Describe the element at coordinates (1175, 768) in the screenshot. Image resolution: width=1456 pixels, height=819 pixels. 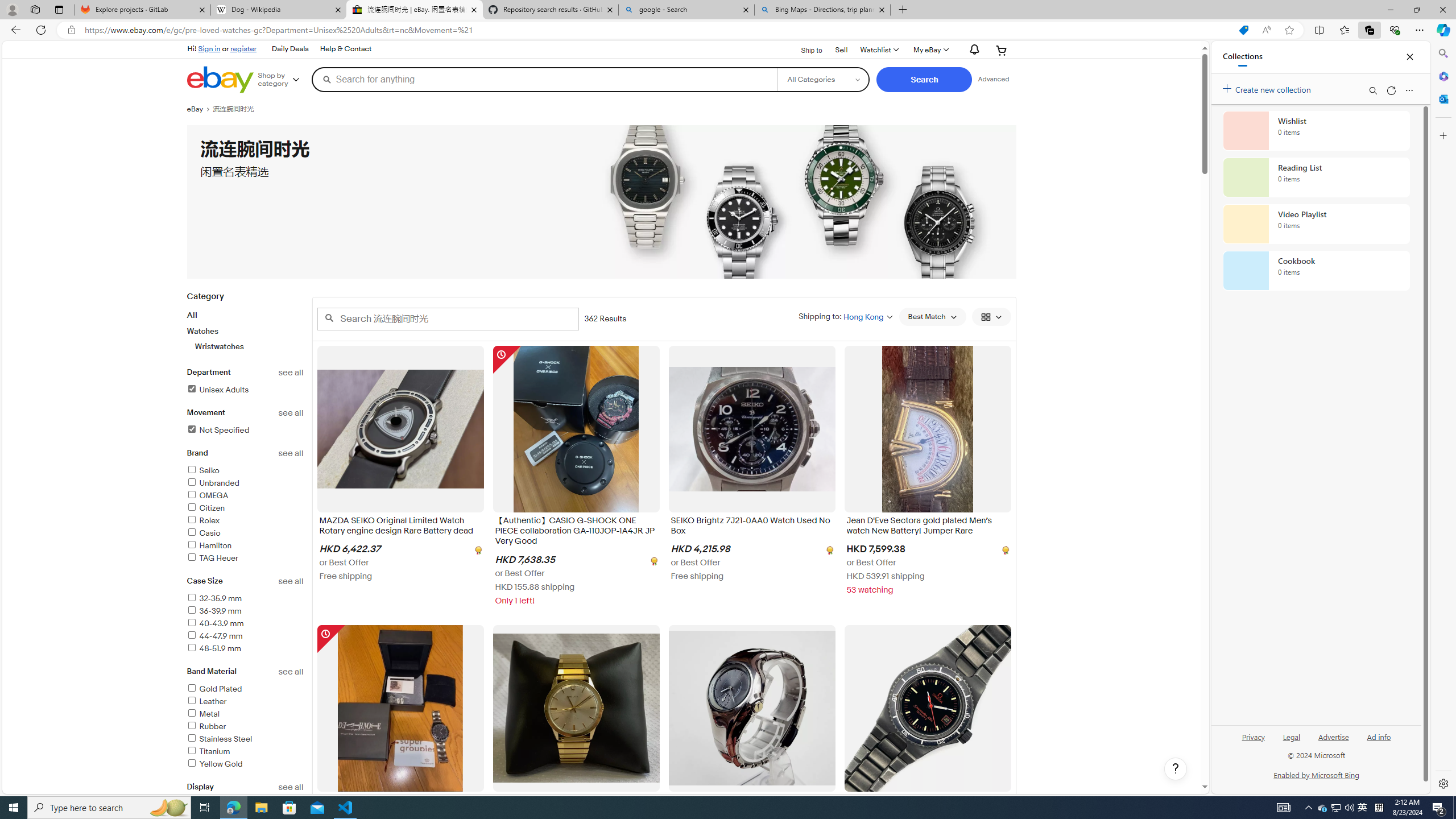
I see `'Help, opens dialogs'` at that location.